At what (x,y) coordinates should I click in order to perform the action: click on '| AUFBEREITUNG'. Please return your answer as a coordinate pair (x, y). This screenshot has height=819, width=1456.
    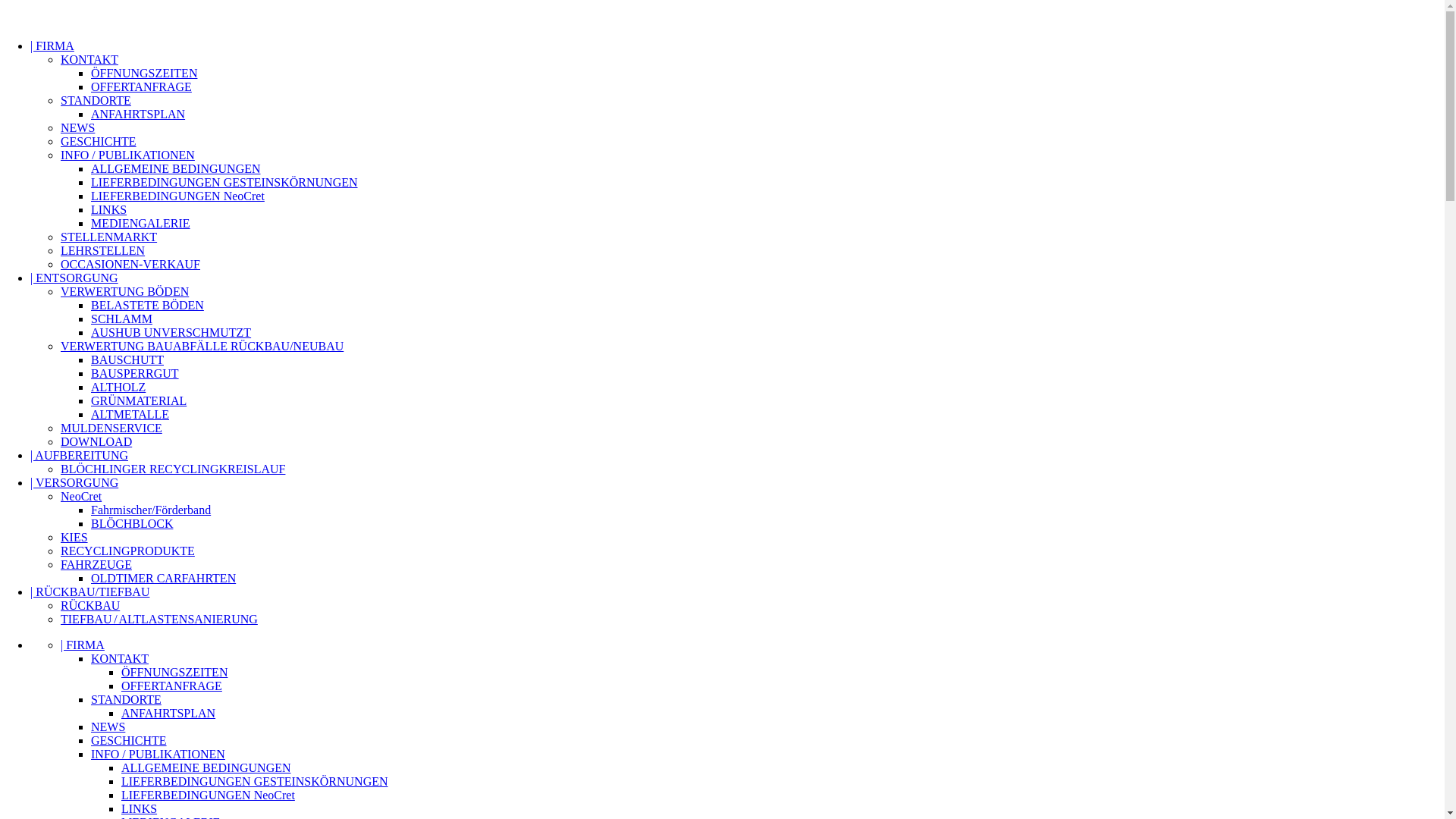
    Looking at the image, I should click on (30, 454).